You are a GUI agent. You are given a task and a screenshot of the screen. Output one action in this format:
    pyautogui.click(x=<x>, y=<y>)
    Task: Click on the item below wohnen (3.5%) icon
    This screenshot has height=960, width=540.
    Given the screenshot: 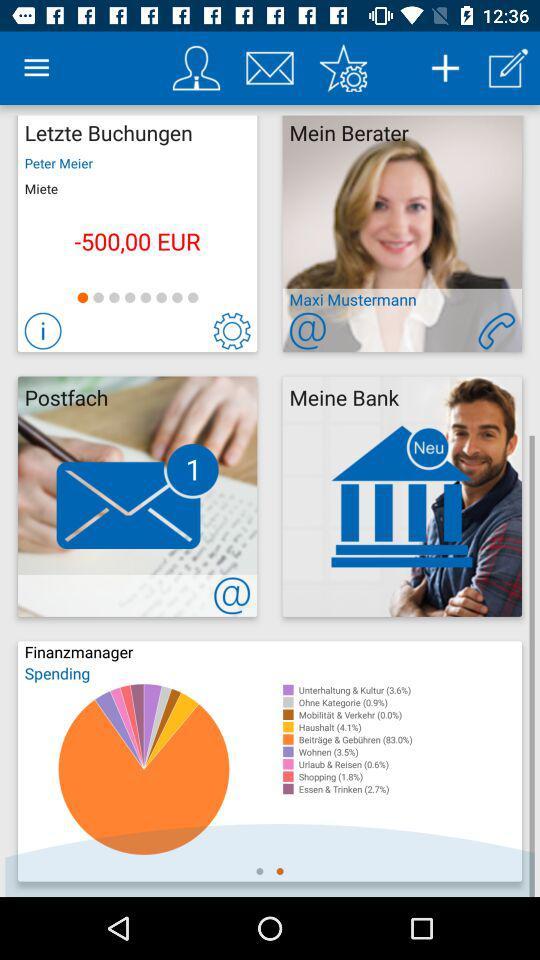 What is the action you would take?
    pyautogui.click(x=409, y=763)
    